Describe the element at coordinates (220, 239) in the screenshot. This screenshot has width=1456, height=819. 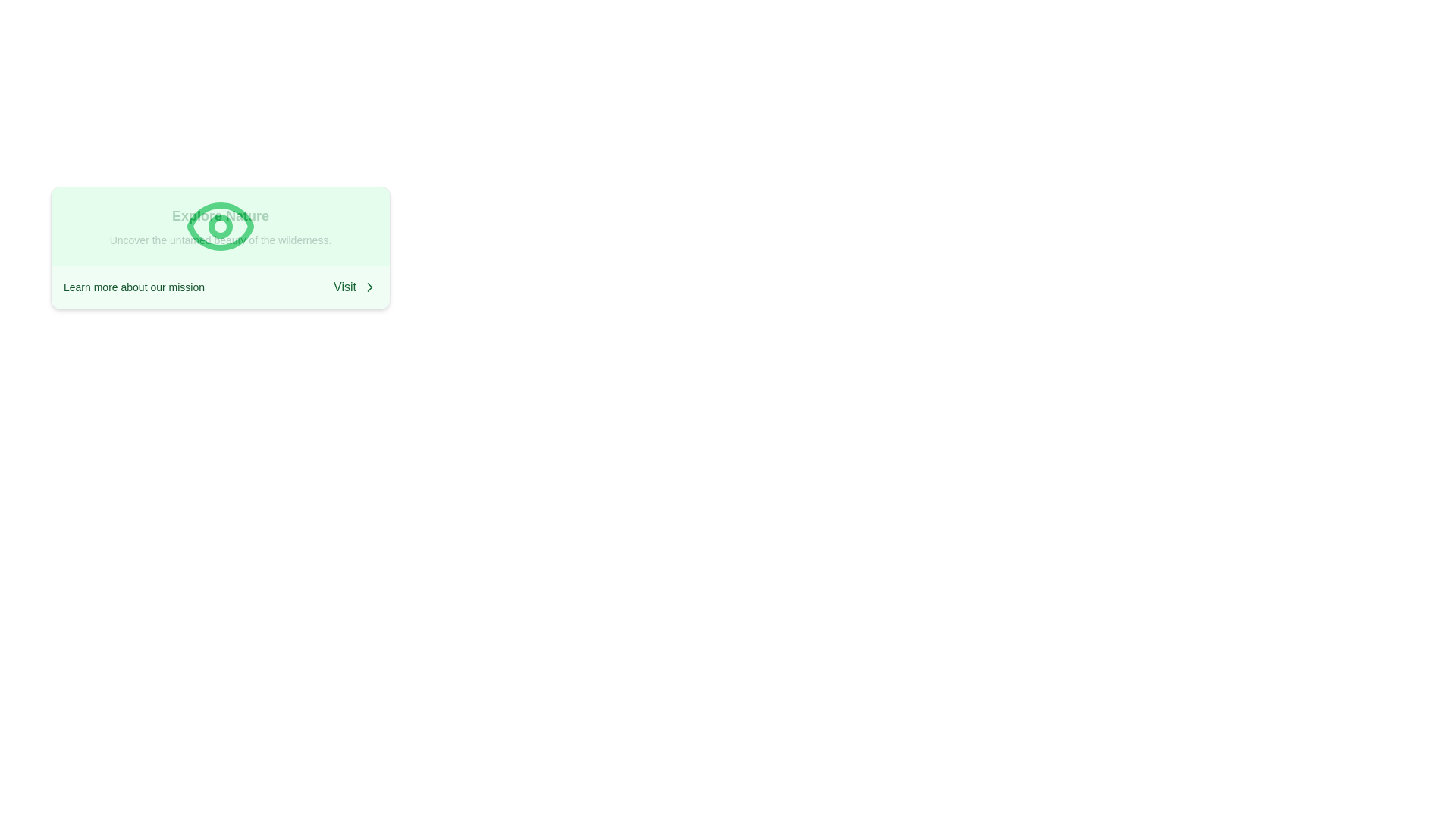
I see `the text block that contains the phrase 'Uncover the untamed beauty of the wilderness.' which is styled with a small font size and gray color, located below the header 'Explore Nature'` at that location.